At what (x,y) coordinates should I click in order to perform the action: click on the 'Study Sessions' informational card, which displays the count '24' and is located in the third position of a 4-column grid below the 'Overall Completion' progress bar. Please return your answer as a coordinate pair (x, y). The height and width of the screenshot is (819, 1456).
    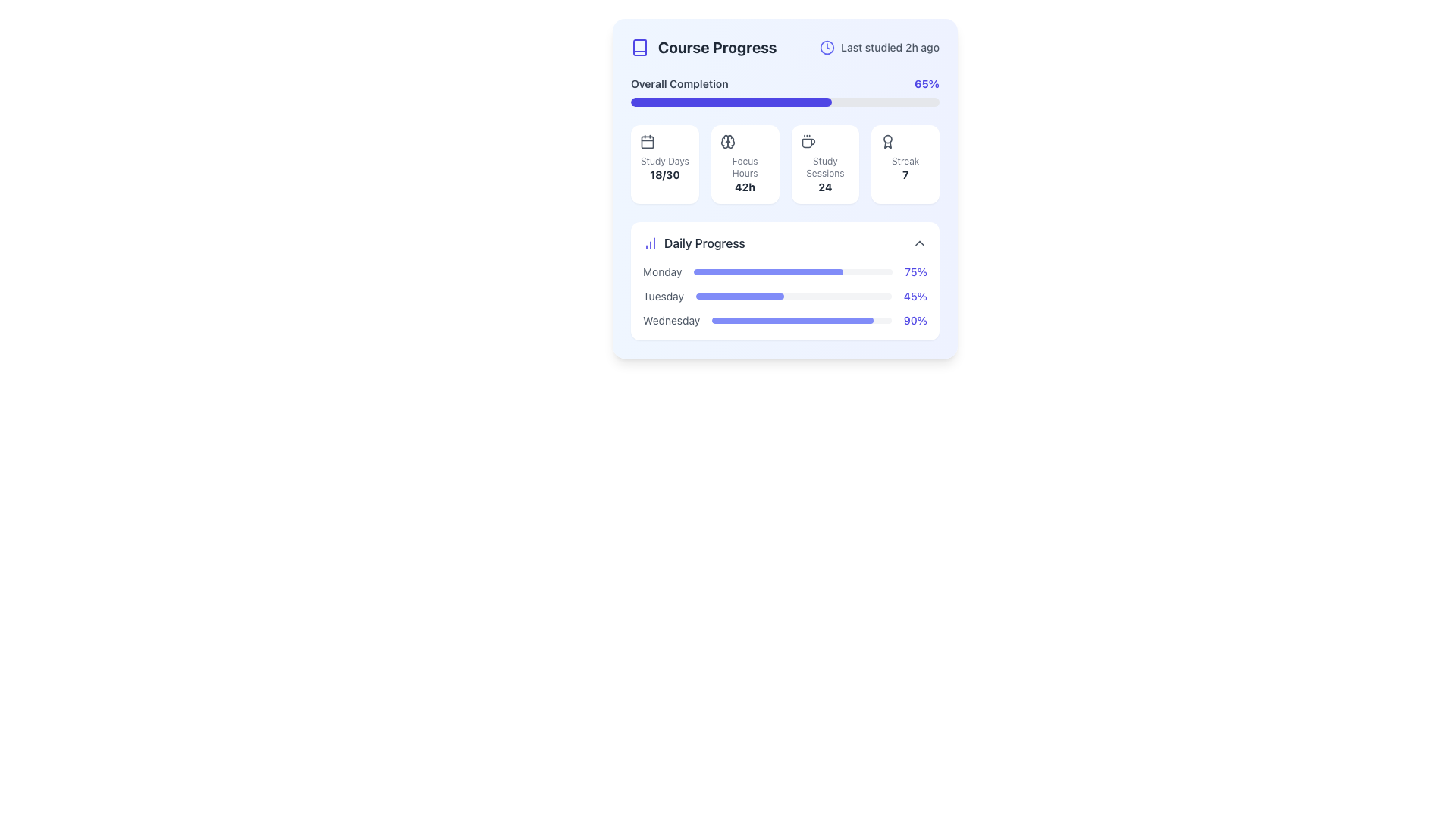
    Looking at the image, I should click on (824, 164).